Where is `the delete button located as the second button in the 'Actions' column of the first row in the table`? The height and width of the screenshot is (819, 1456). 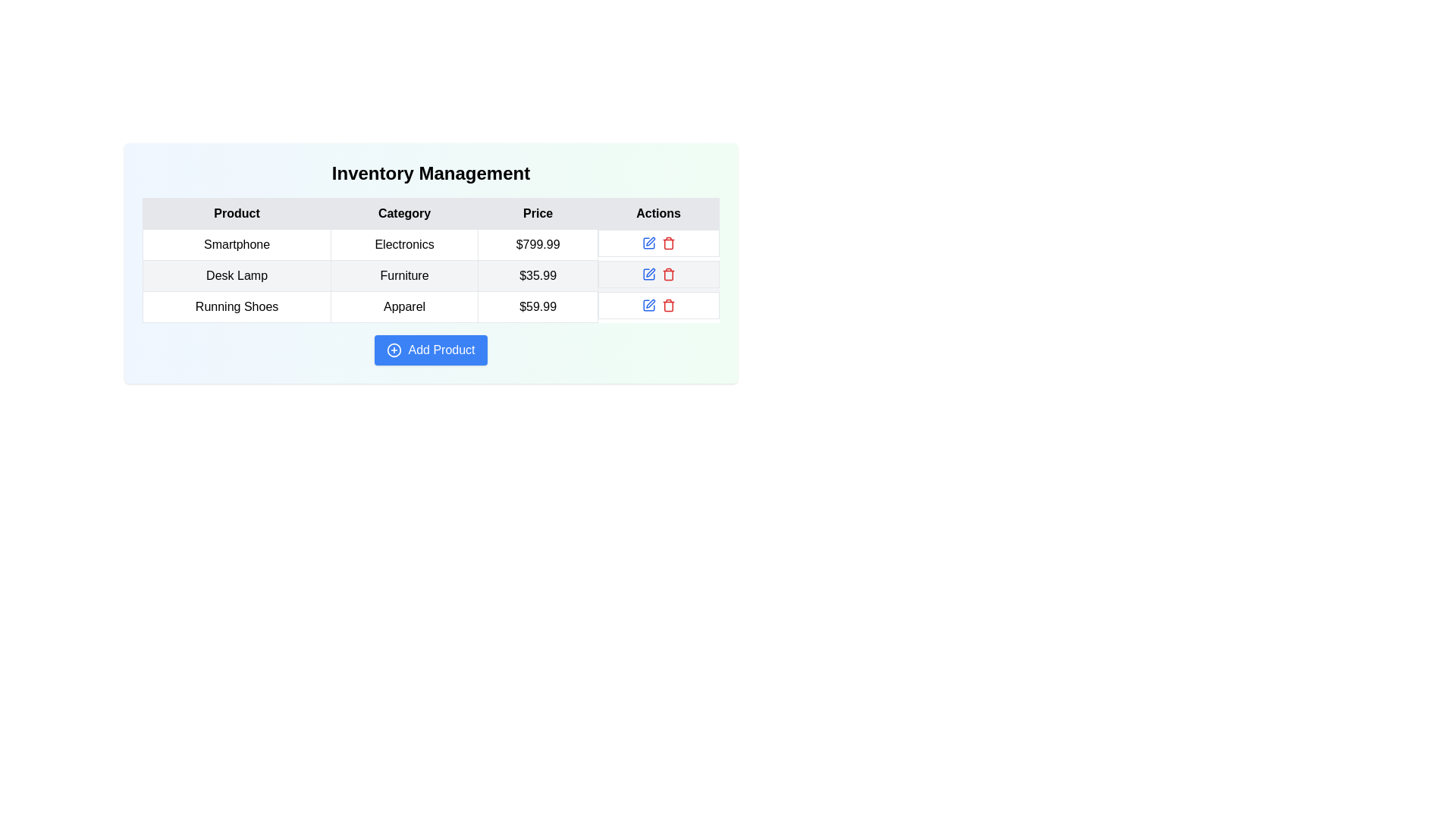
the delete button located as the second button in the 'Actions' column of the first row in the table is located at coordinates (667, 242).